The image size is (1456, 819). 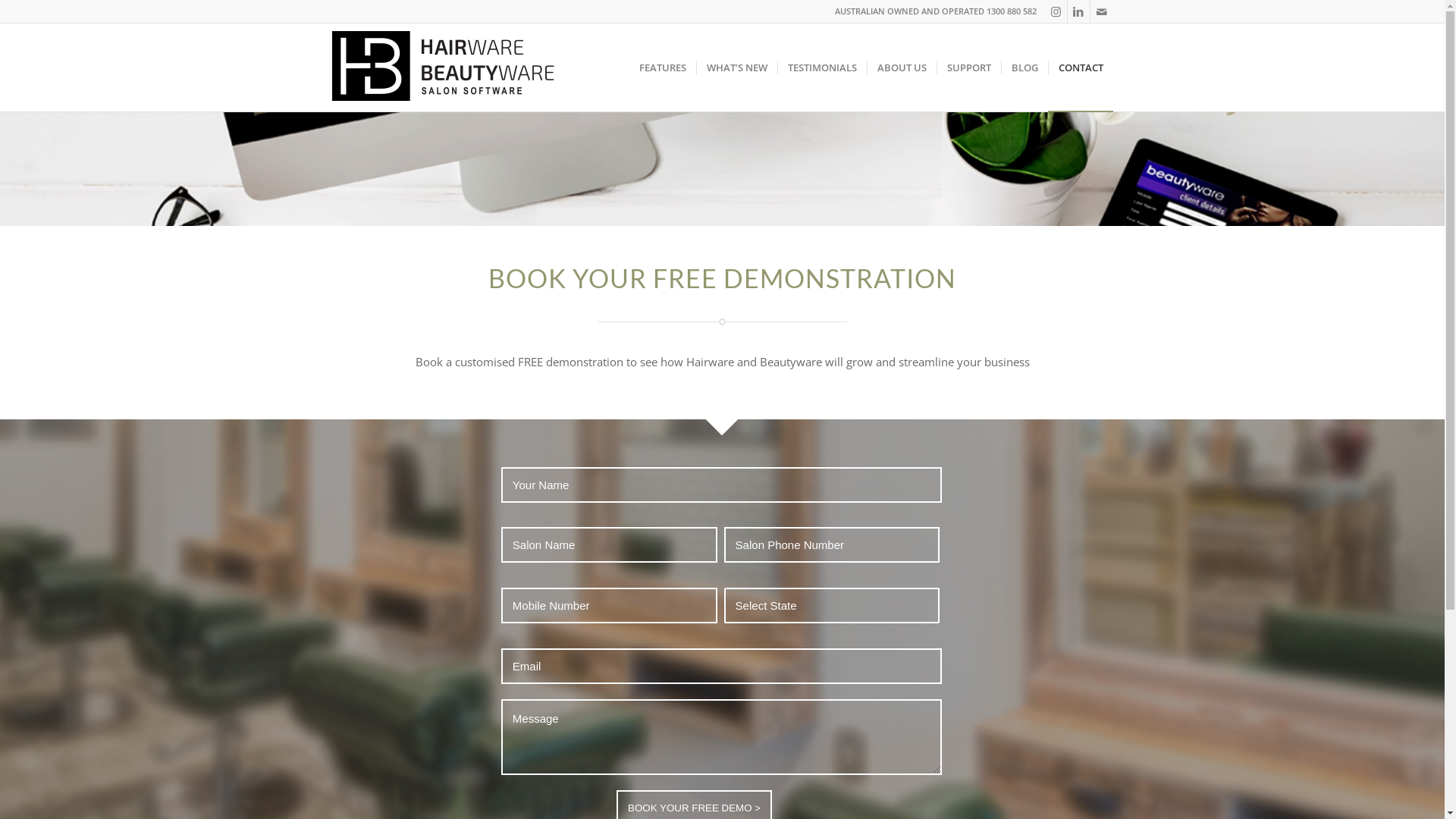 What do you see at coordinates (1047, 66) in the screenshot?
I see `'CONTACT'` at bounding box center [1047, 66].